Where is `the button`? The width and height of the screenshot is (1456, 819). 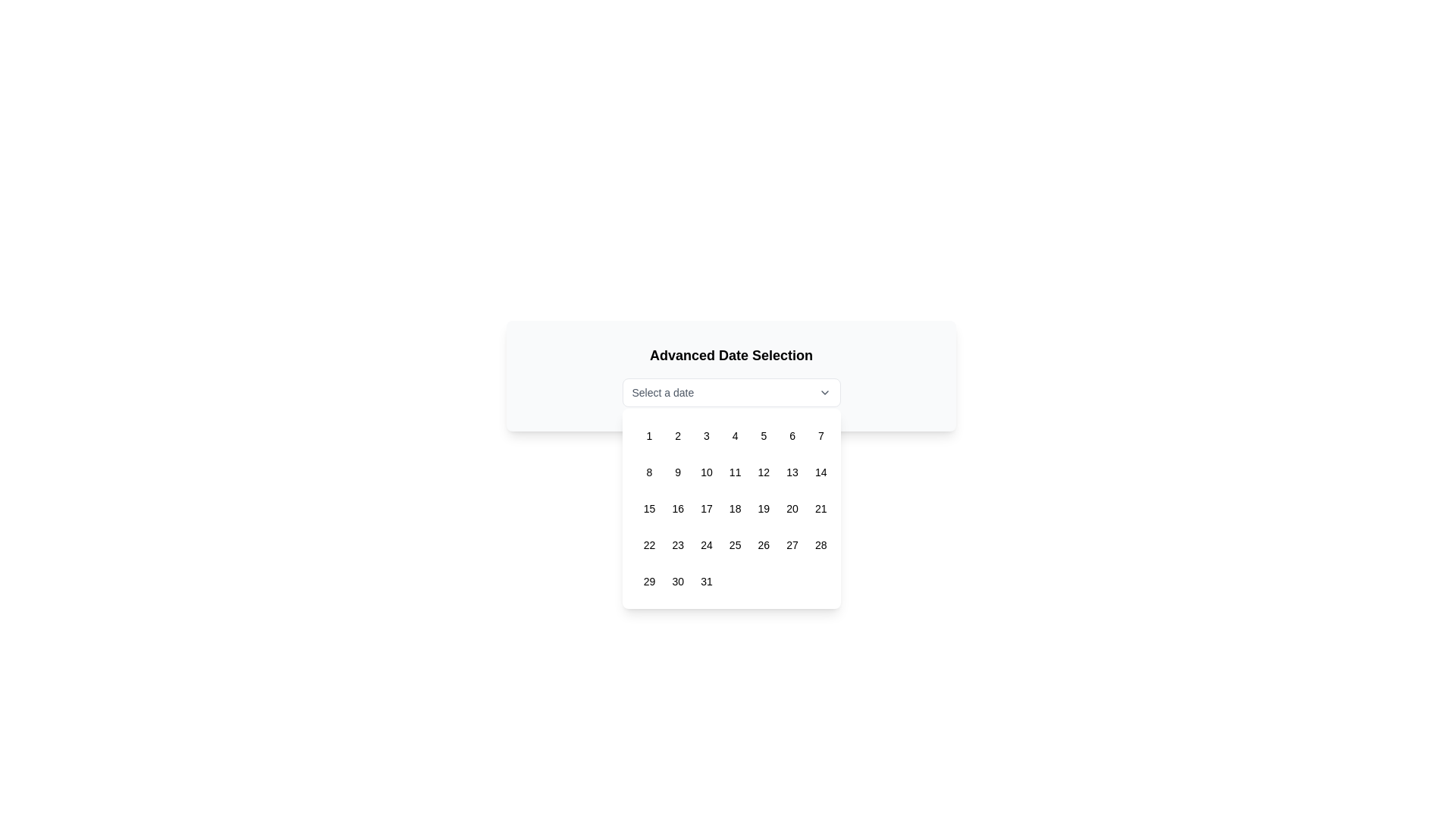 the button is located at coordinates (820, 472).